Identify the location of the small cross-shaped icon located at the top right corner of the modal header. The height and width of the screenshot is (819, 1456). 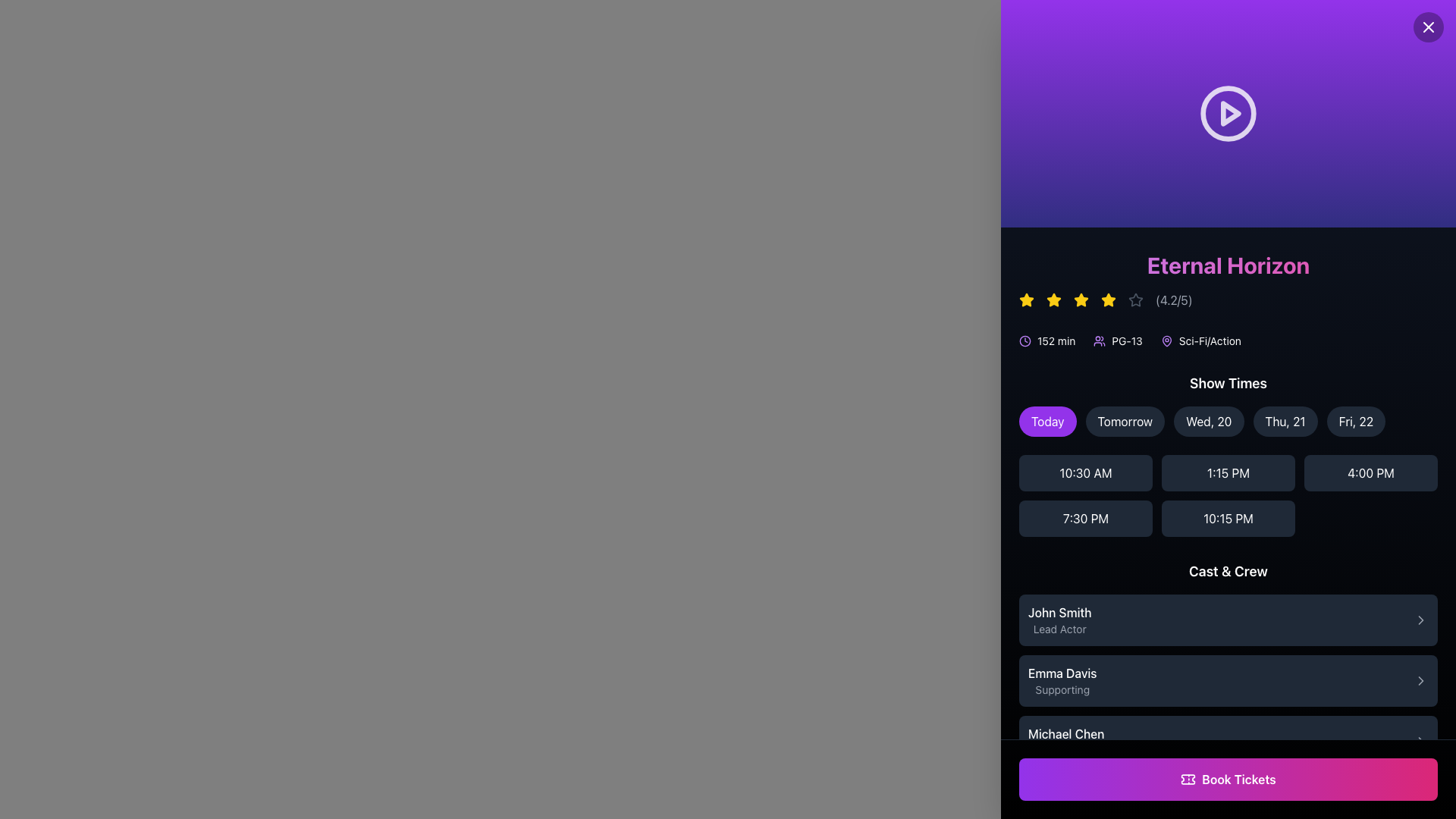
(1427, 27).